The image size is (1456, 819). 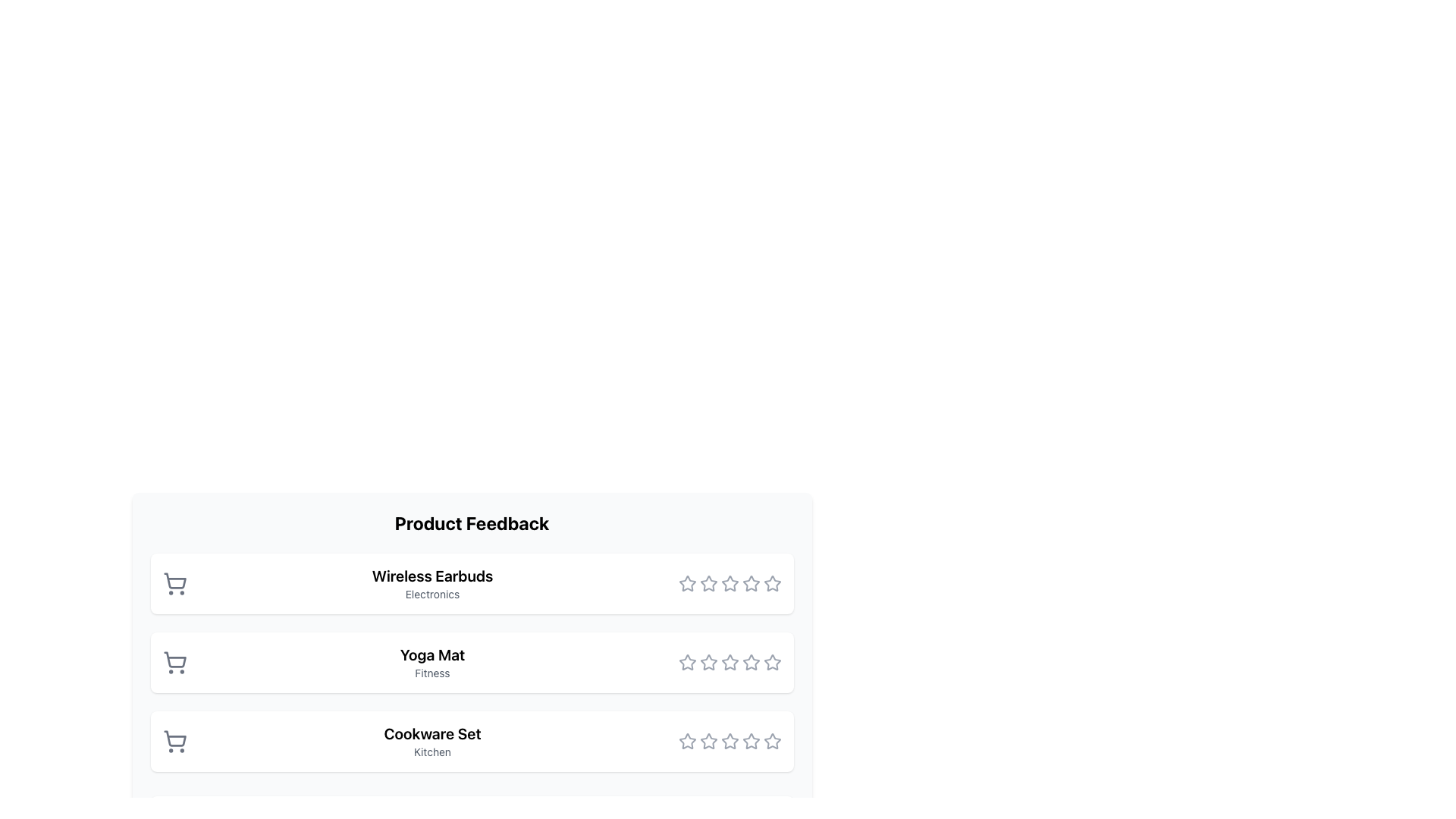 What do you see at coordinates (771, 582) in the screenshot?
I see `the fifth rating star in the 'Product Feedback' section to provide a rating for the 'Wireless Earbuds'` at bounding box center [771, 582].